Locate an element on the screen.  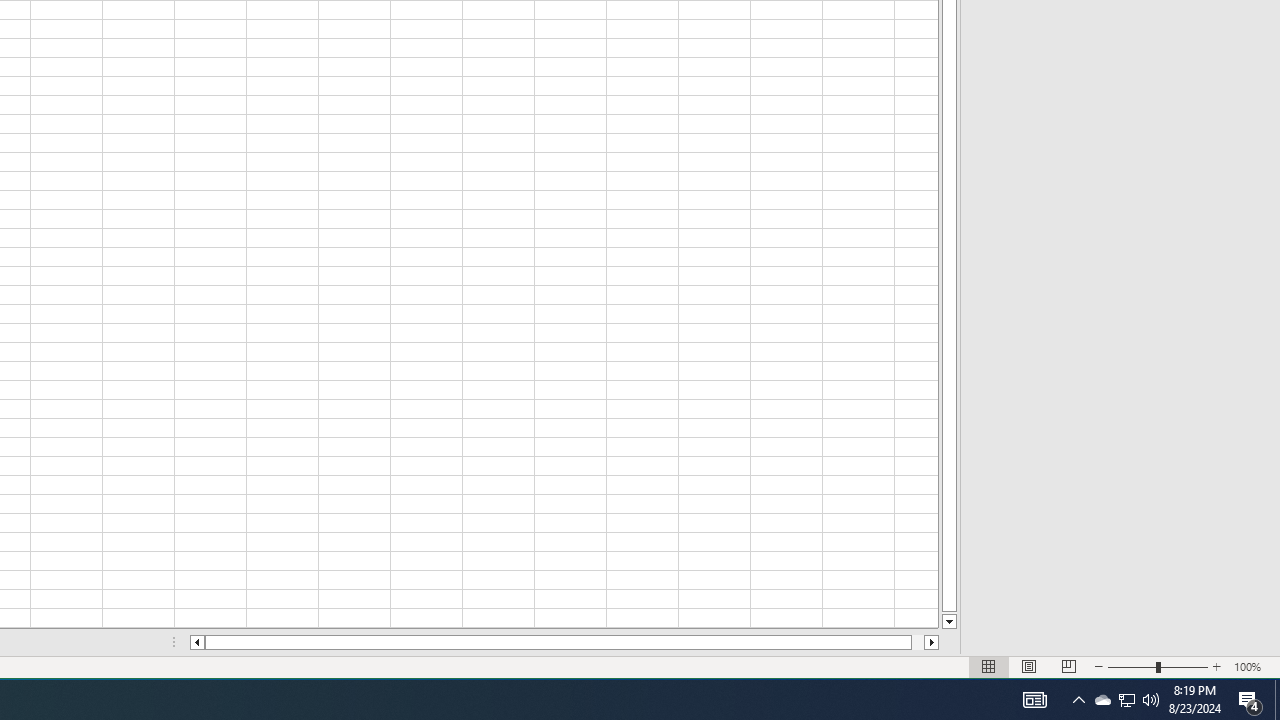
'Page Layout' is located at coordinates (1068, 667).